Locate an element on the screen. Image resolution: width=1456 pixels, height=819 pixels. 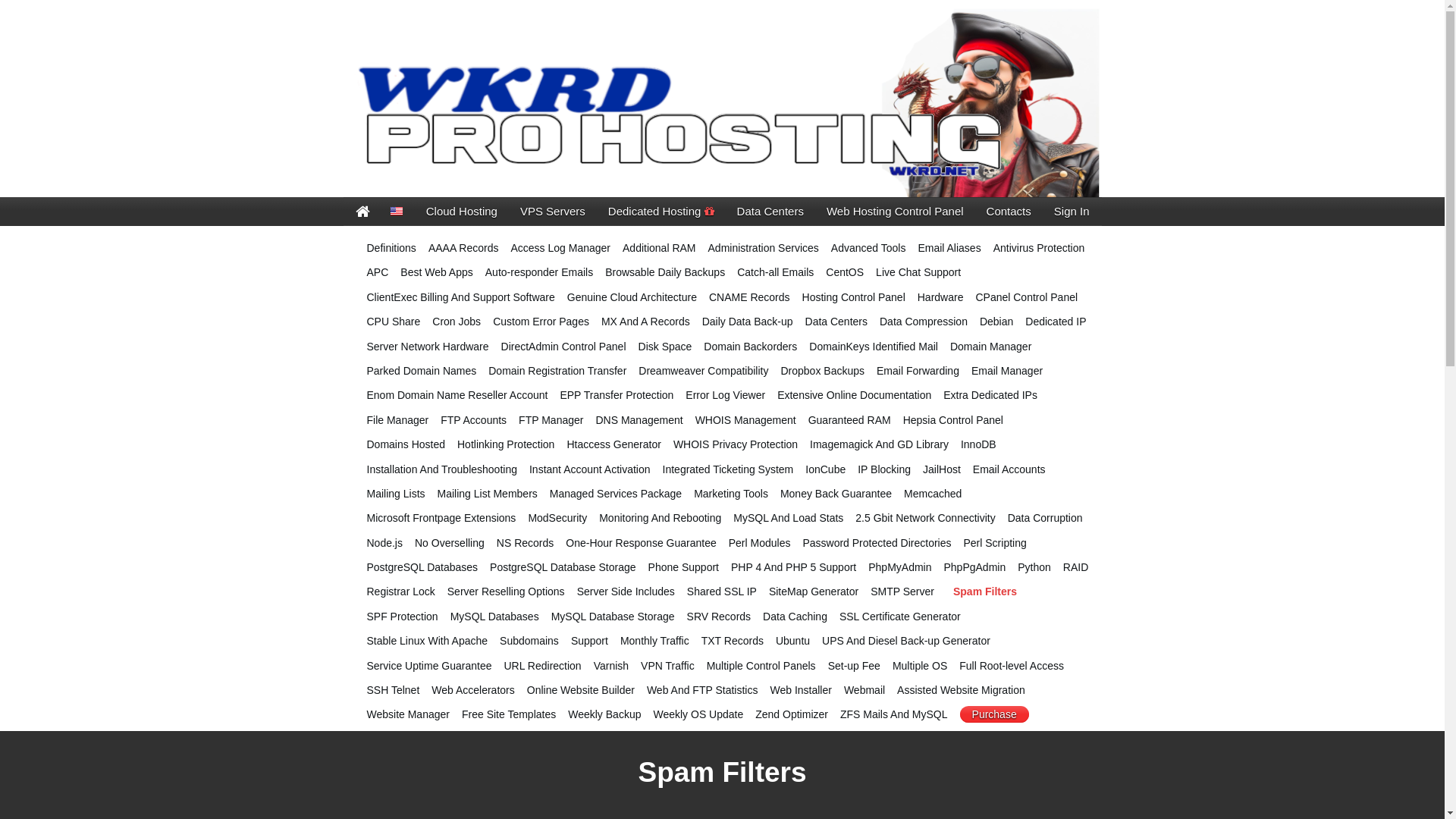
'Server Side Includes' is located at coordinates (626, 590).